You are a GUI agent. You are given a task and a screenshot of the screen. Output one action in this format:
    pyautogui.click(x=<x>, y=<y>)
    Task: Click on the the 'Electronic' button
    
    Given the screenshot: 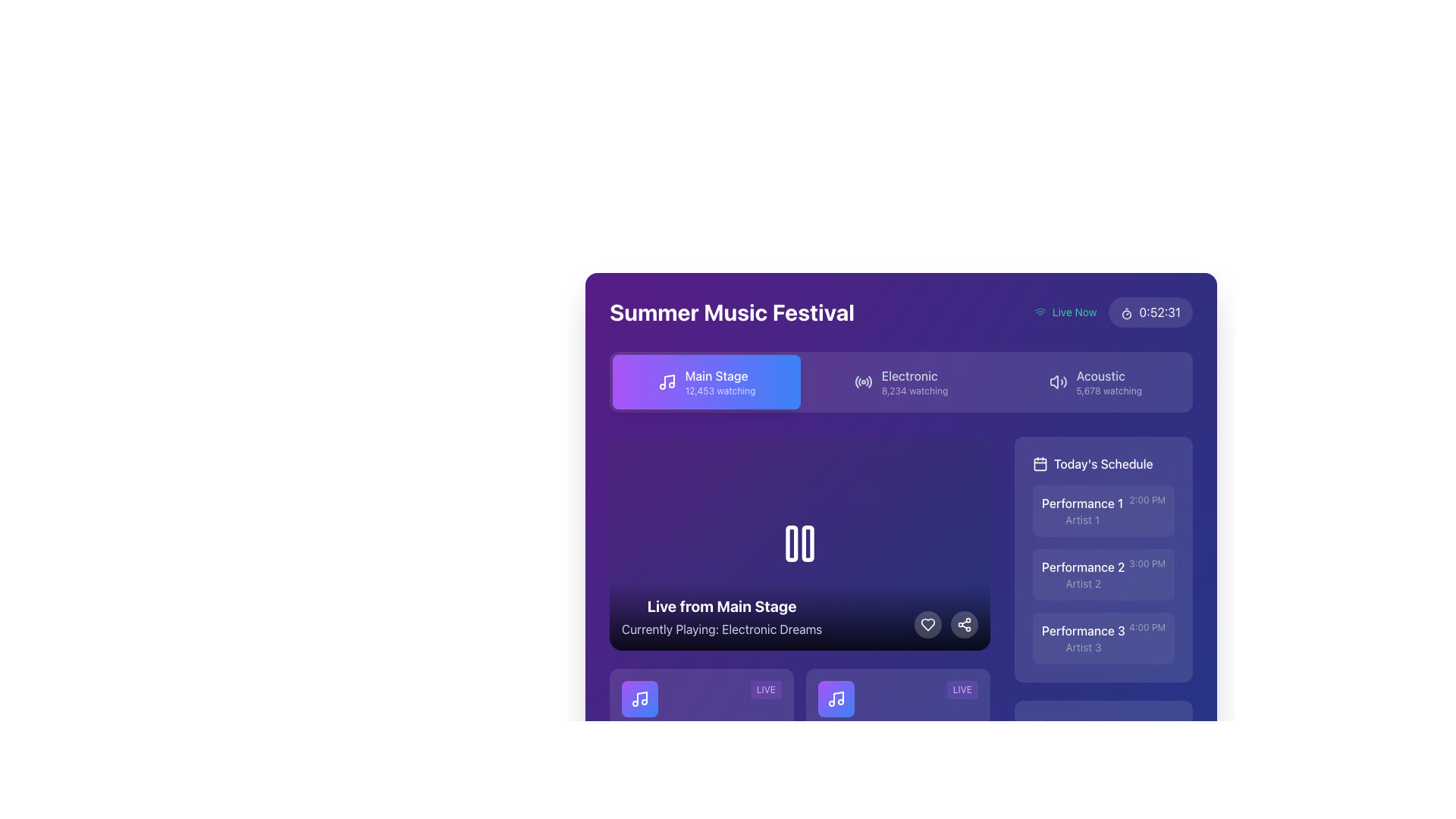 What is the action you would take?
    pyautogui.click(x=914, y=381)
    